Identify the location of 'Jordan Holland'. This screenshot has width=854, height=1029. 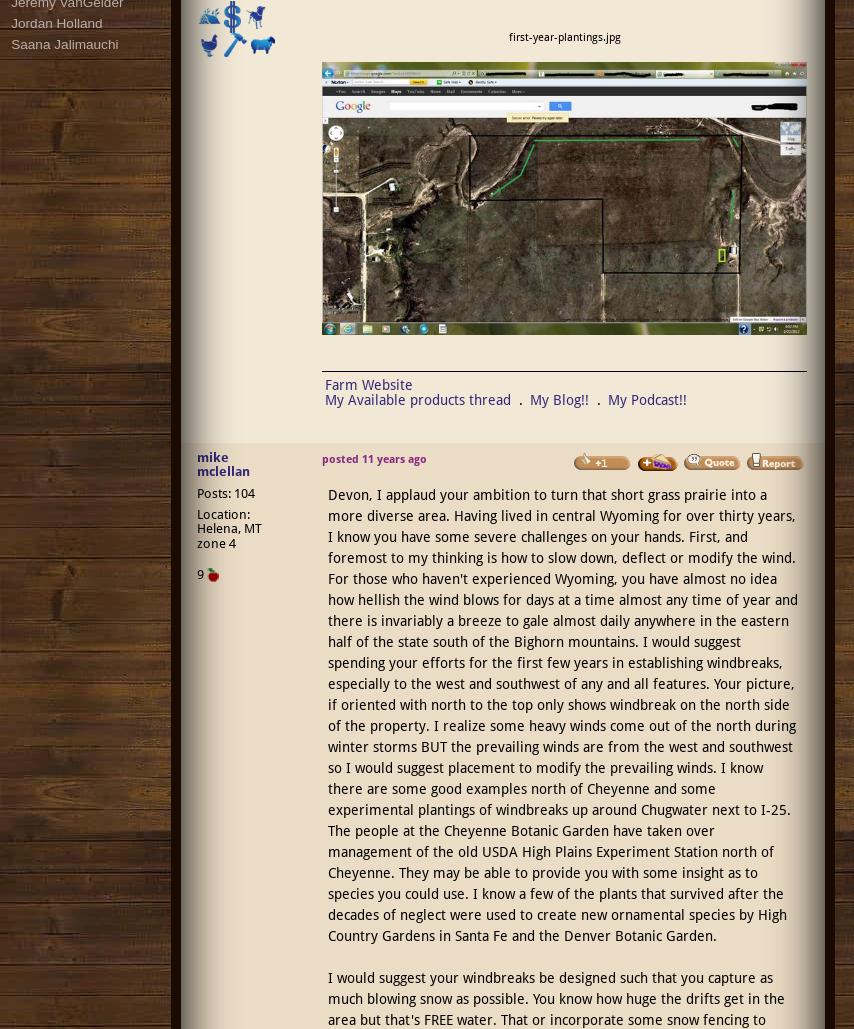
(10, 22).